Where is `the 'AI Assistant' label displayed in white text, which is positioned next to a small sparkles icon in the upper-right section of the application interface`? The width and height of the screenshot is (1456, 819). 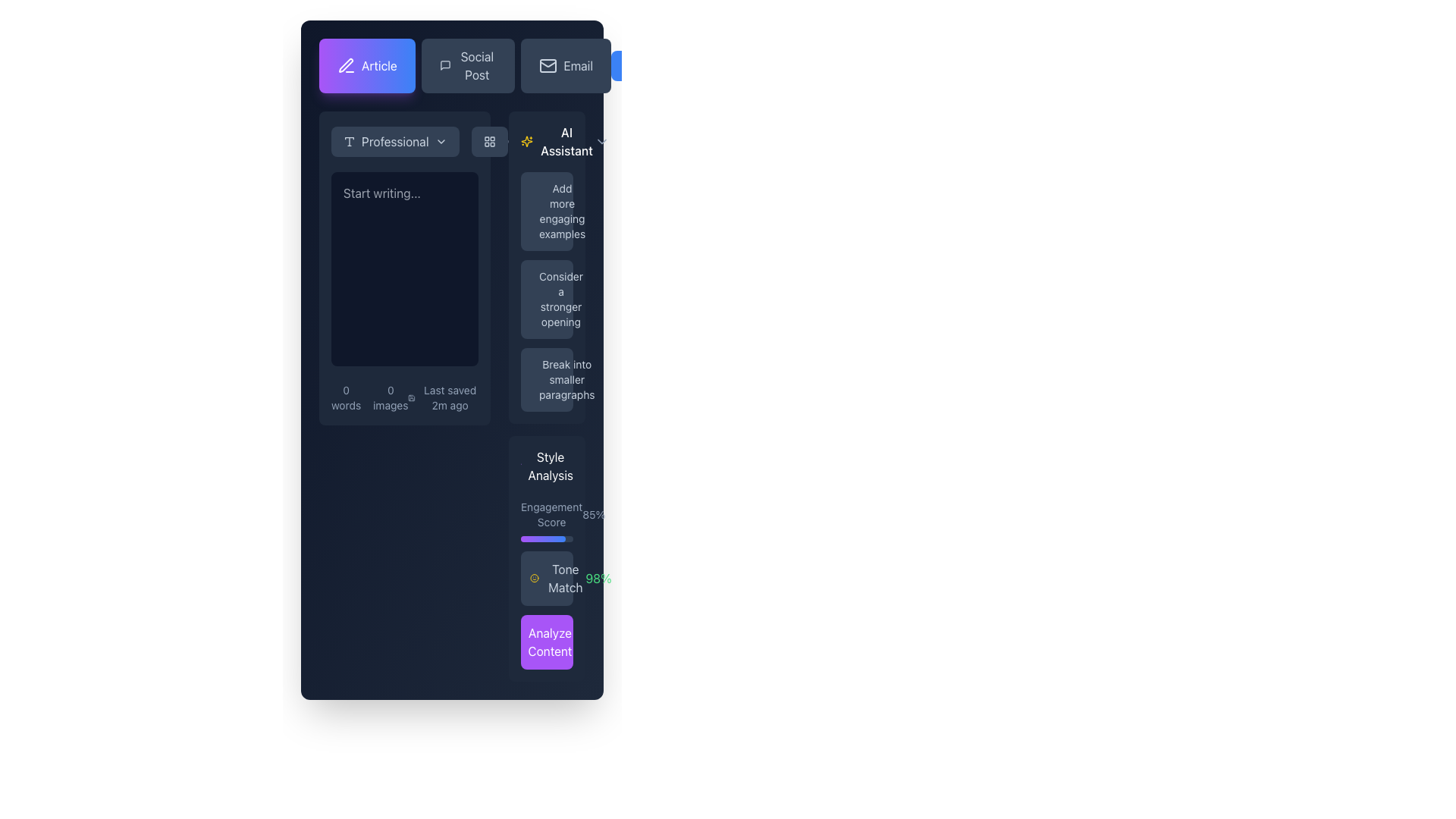 the 'AI Assistant' label displayed in white text, which is positioned next to a small sparkles icon in the upper-right section of the application interface is located at coordinates (566, 141).